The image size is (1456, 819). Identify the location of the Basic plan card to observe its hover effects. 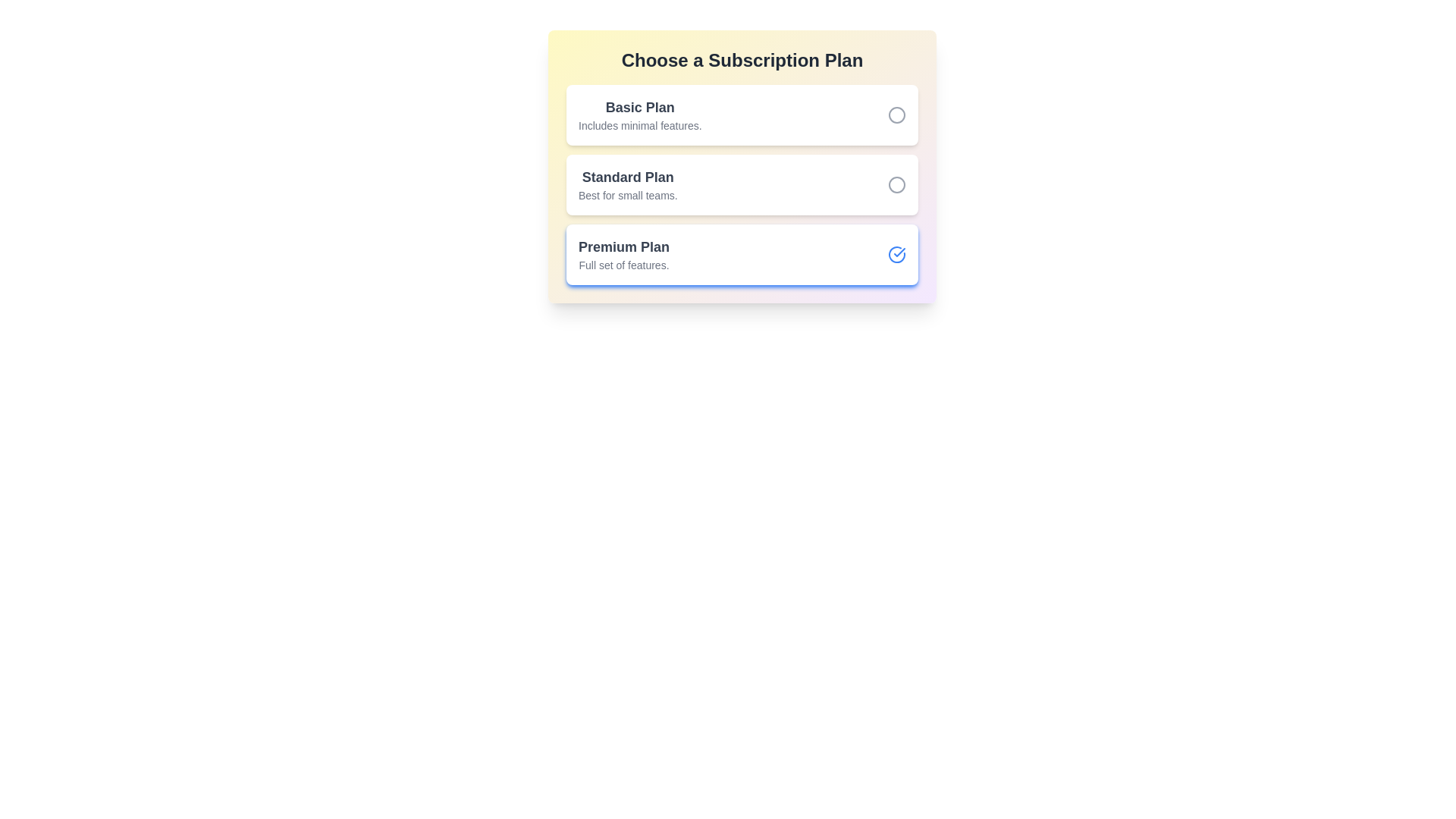
(742, 114).